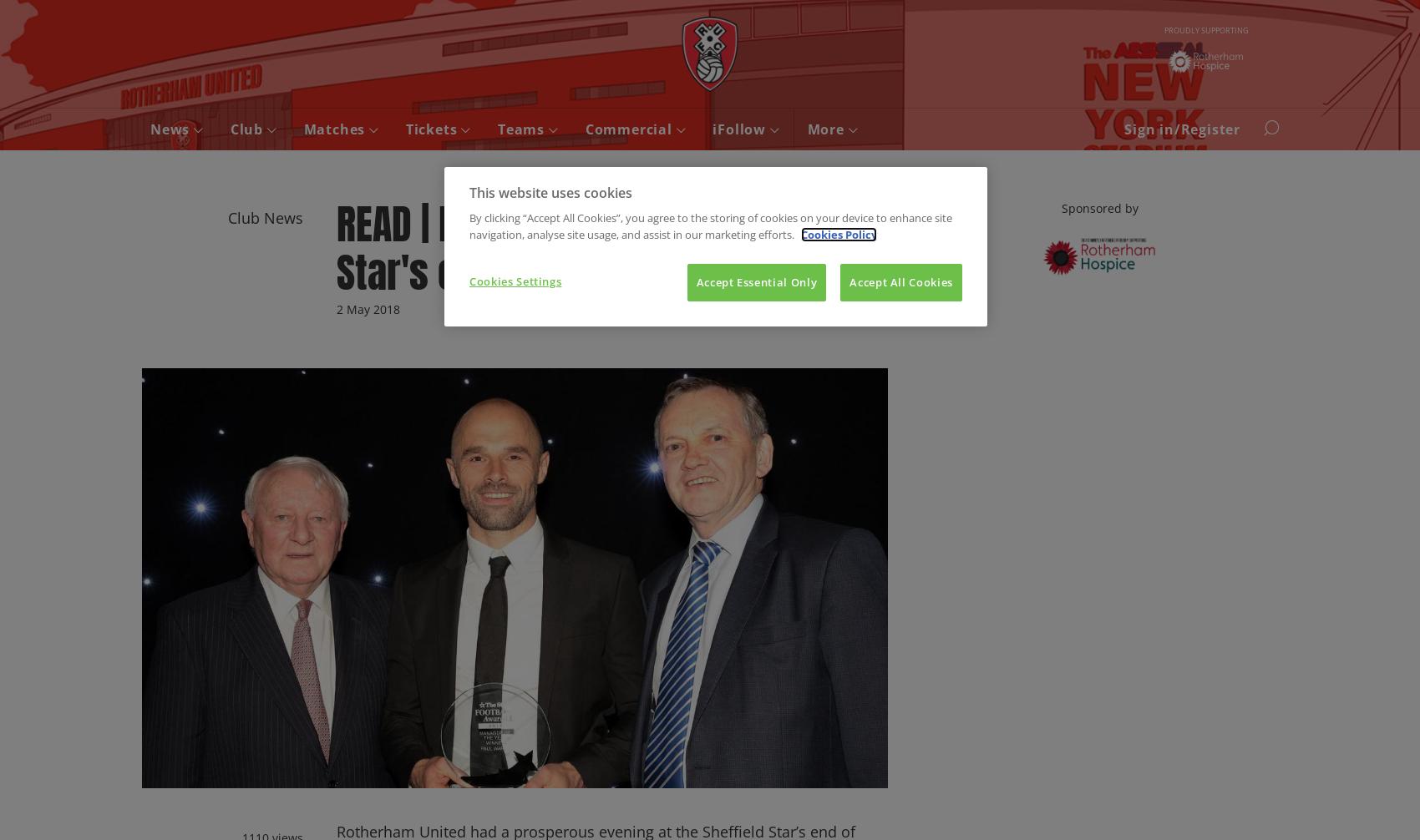 This screenshot has width=1420, height=840. Describe the element at coordinates (336, 247) in the screenshot. I see `'READ | Millers scoop prizes at The Star's end of season awards'` at that location.